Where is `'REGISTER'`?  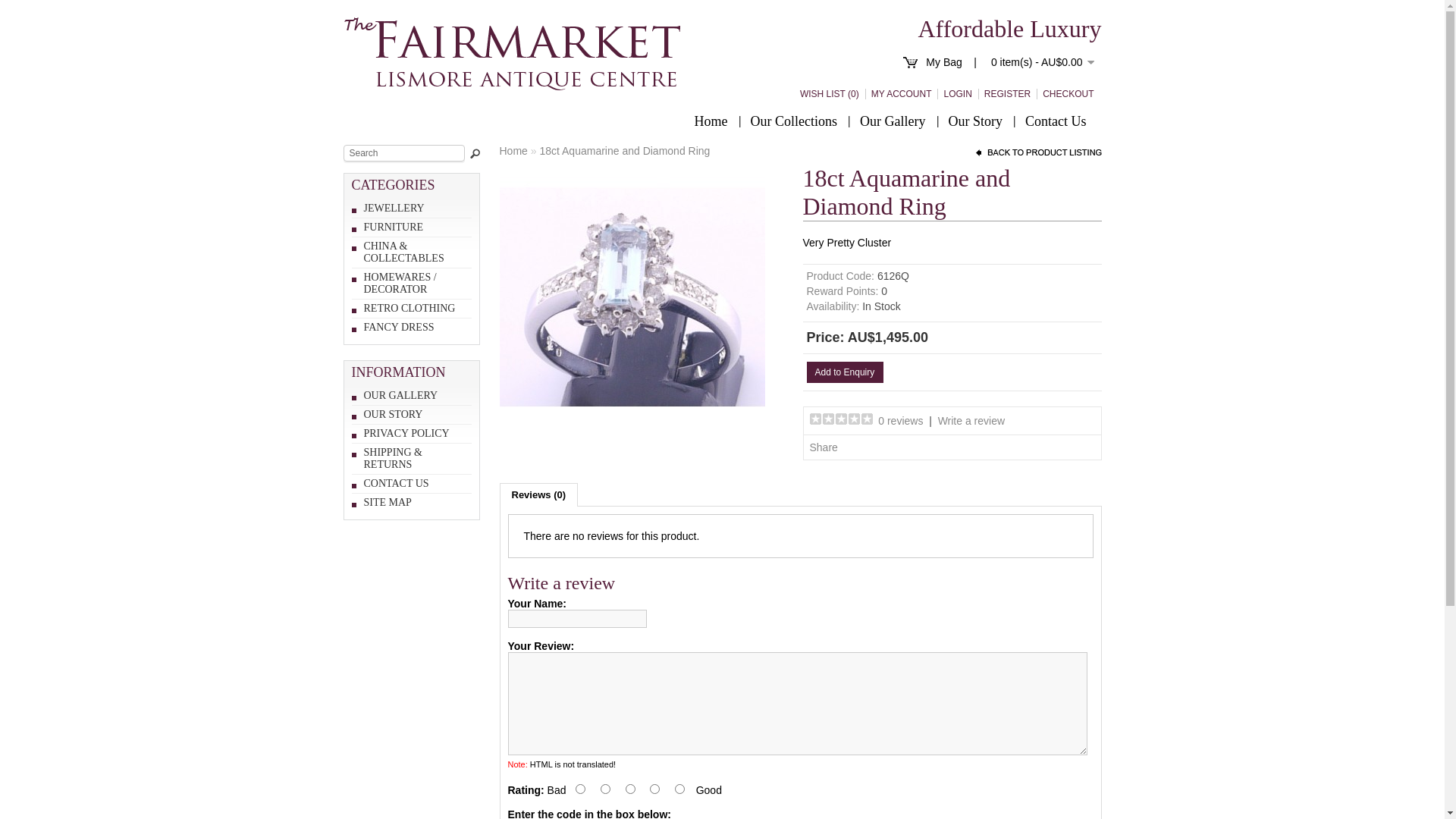
'REGISTER' is located at coordinates (978, 93).